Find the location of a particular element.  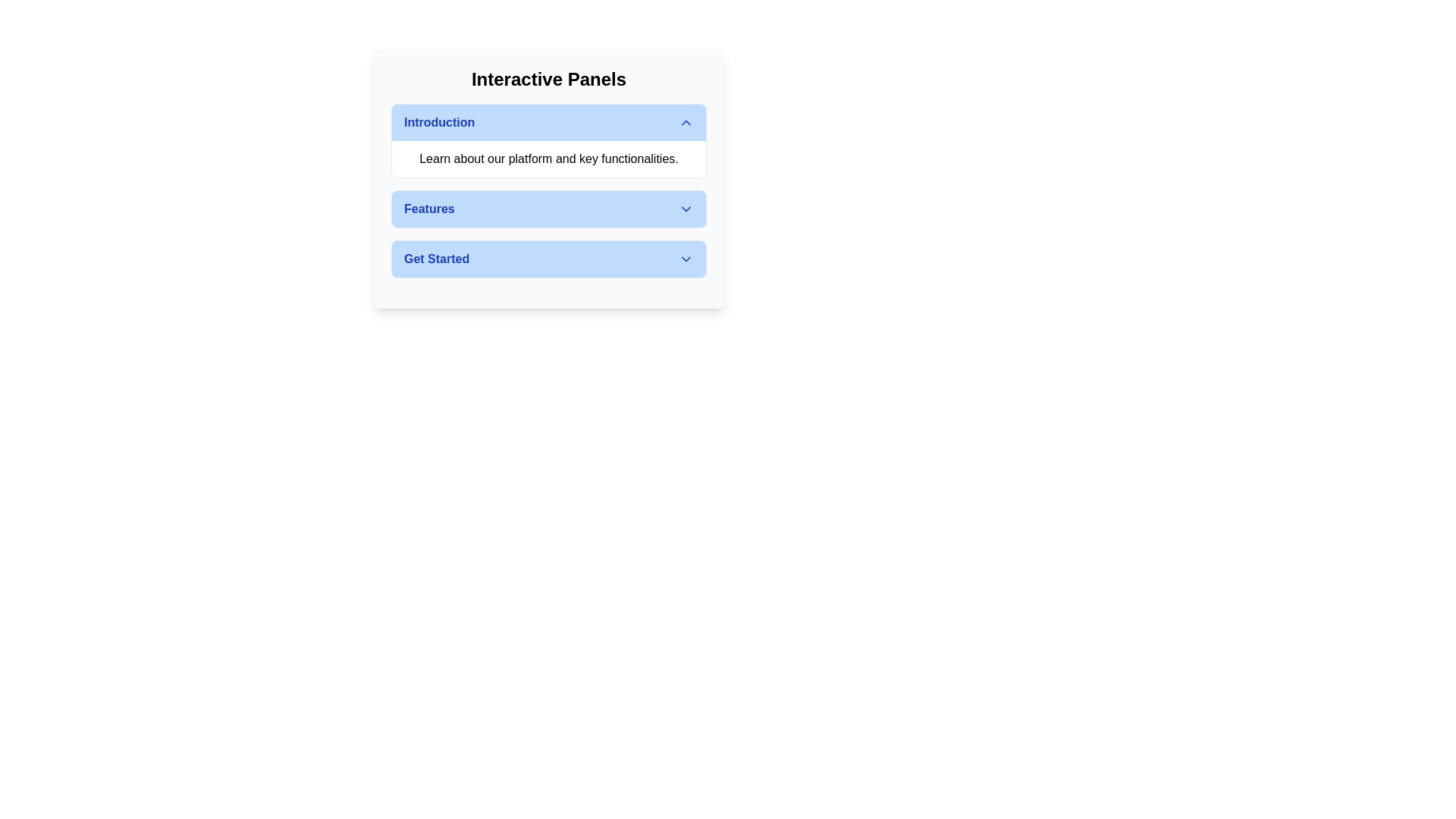

the 'Get Started' text label, which is styled in bold blue font on a light blue background, located on the left side of the third section of the interactive panel is located at coordinates (436, 259).